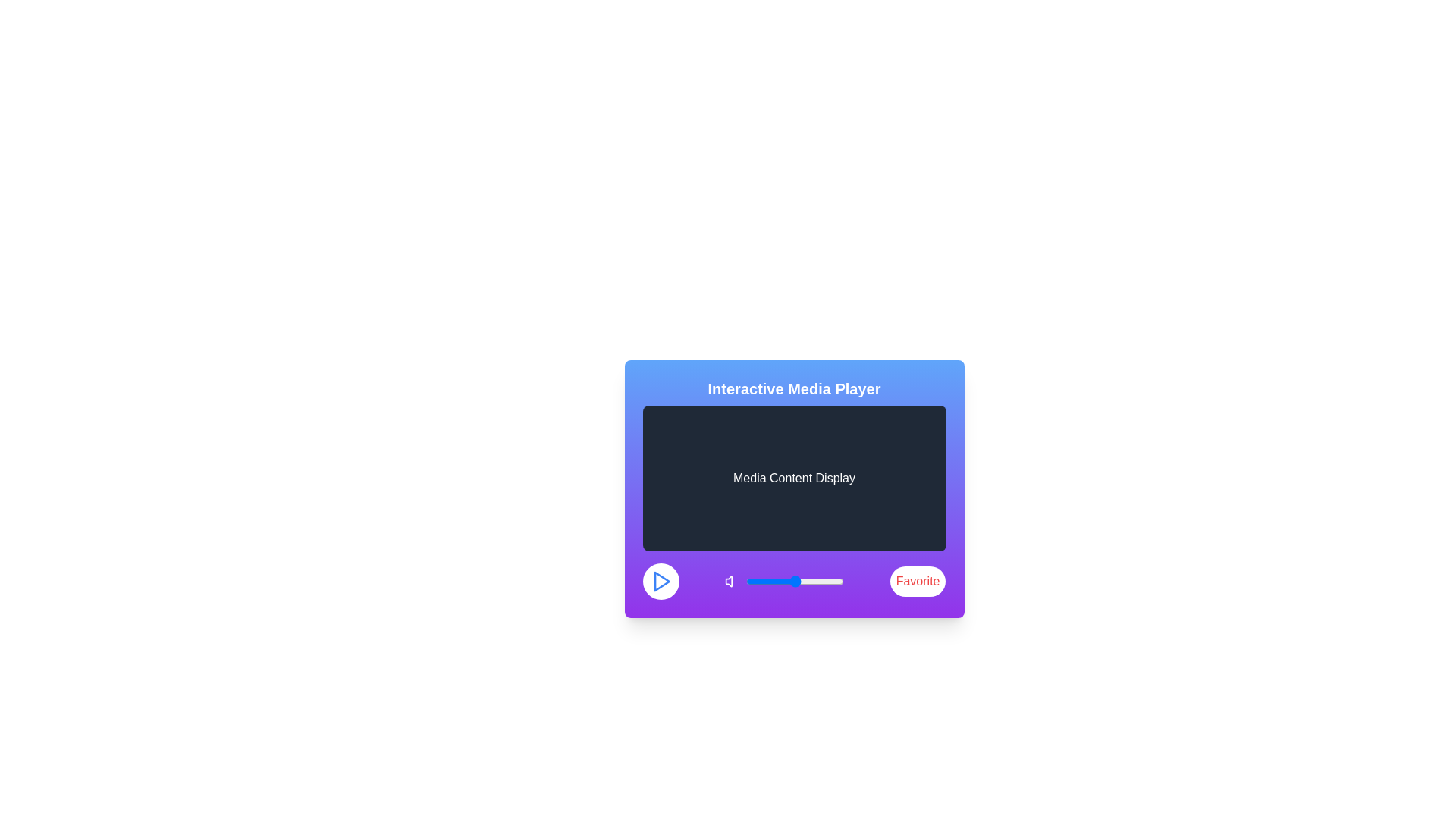 The image size is (1456, 819). Describe the element at coordinates (661, 581) in the screenshot. I see `the Play Button, which is a small triangular play symbol within a circular button located in the bottom left corner of the interactive media player interface, to initiate media playback` at that location.